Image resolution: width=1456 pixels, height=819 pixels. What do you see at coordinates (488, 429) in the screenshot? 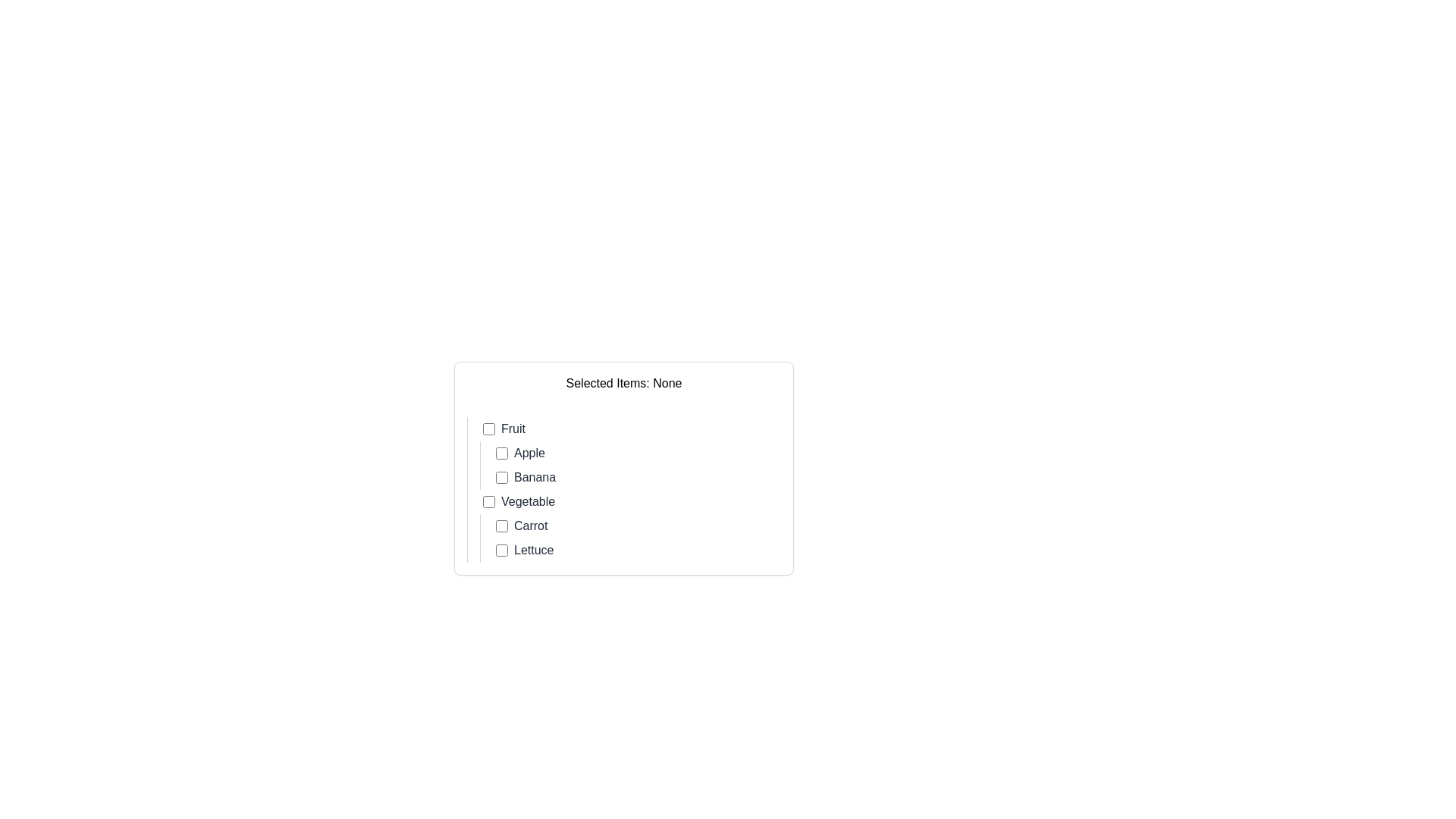
I see `the checkbox element associated with the text 'Fruit'` at bounding box center [488, 429].